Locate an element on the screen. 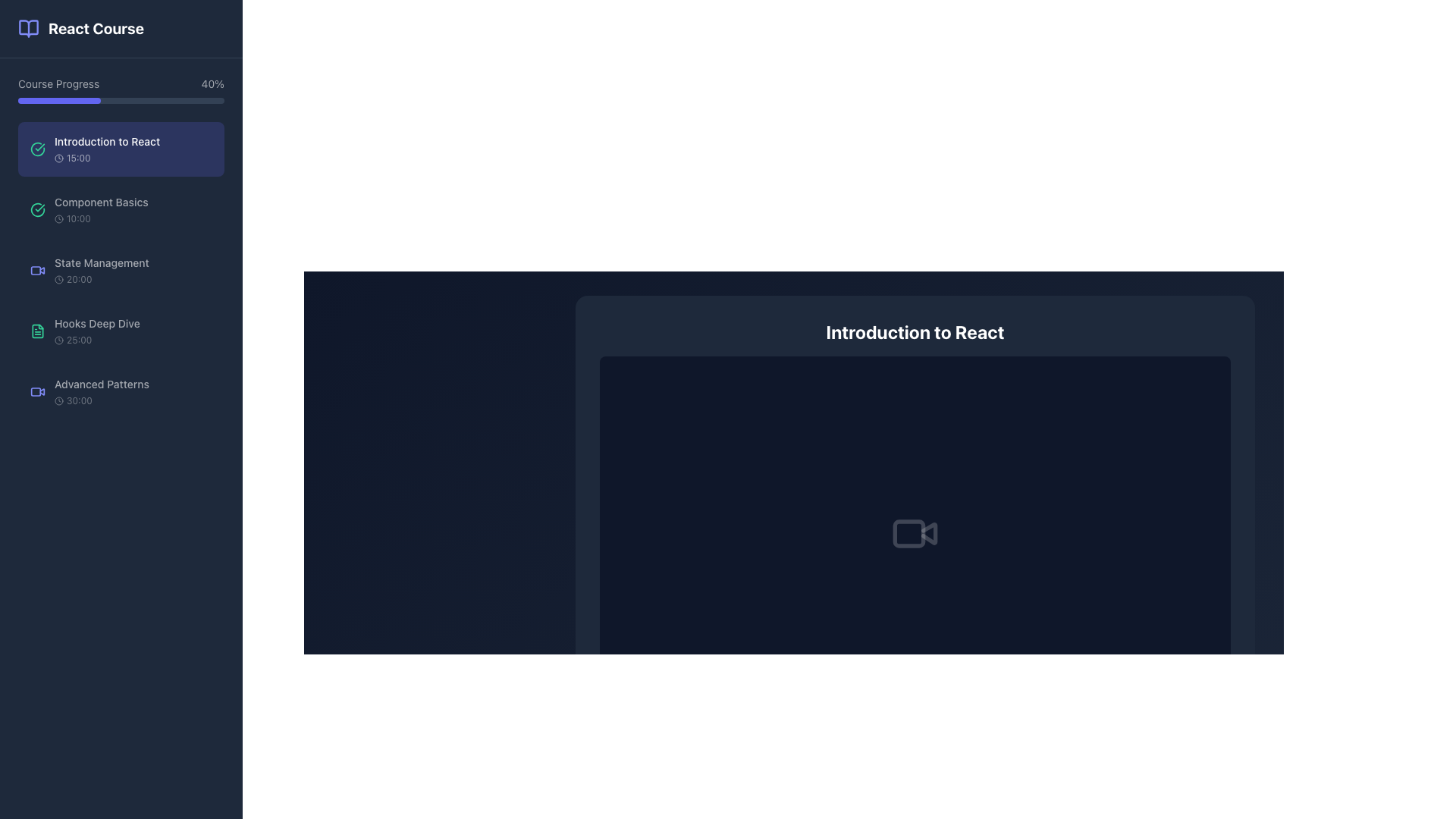 The height and width of the screenshot is (819, 1456). the 'Advanced Patterns' lesson item in the left sidebar under 'React Course' is located at coordinates (133, 391).